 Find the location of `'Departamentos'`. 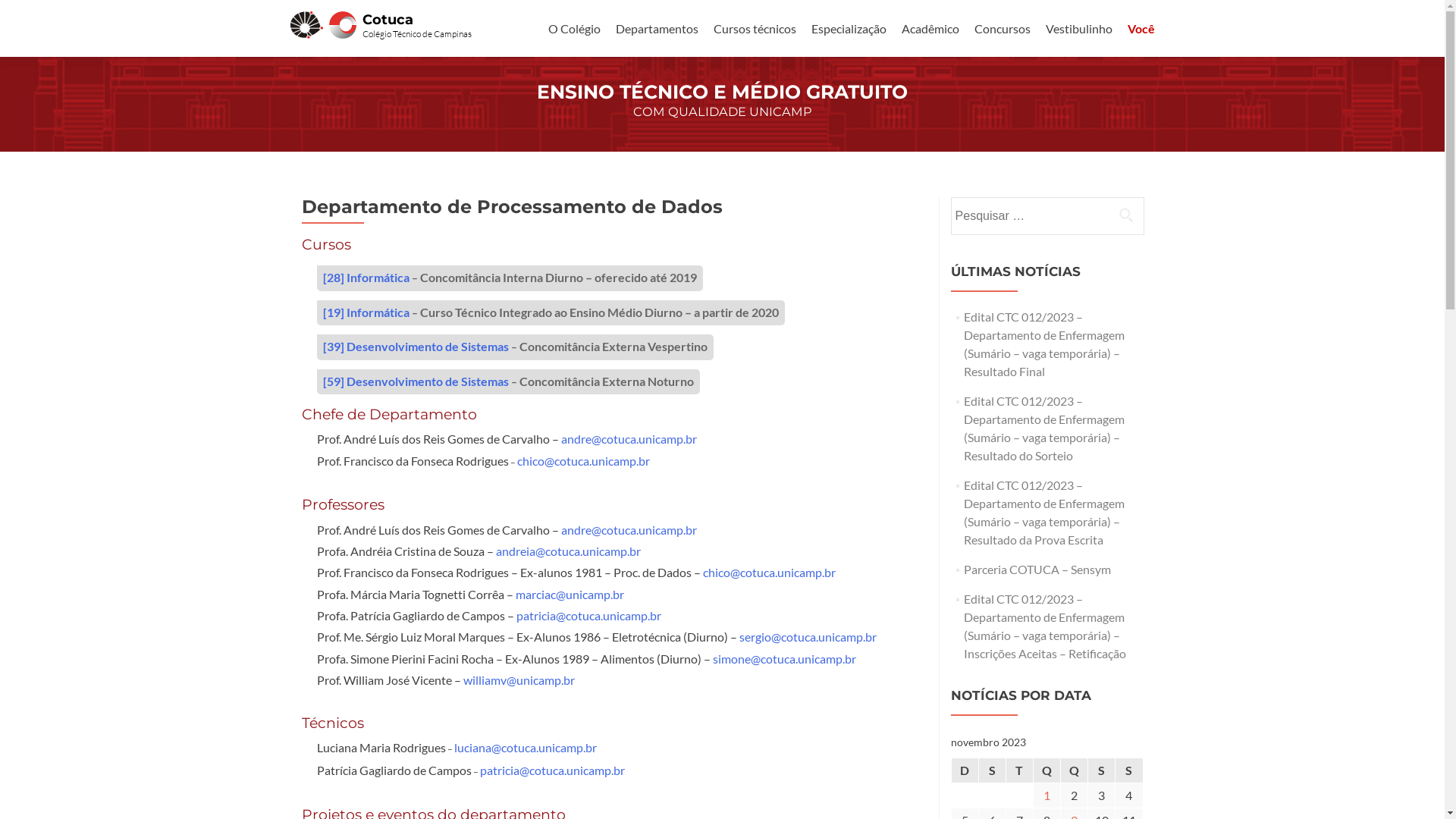

'Departamentos' is located at coordinates (615, 28).